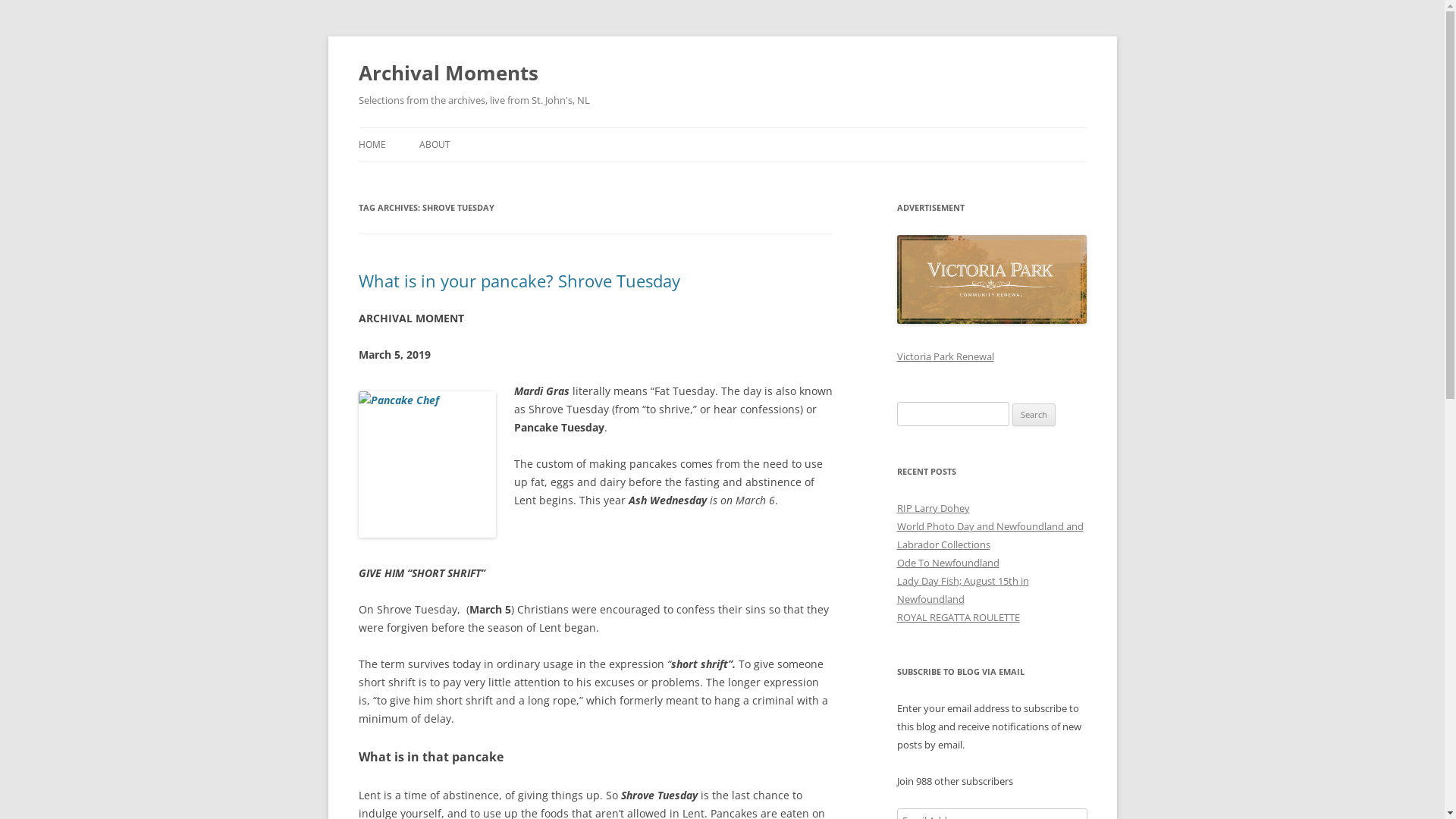  I want to click on 'ROYAL REGATTA ROULETTE', so click(956, 617).